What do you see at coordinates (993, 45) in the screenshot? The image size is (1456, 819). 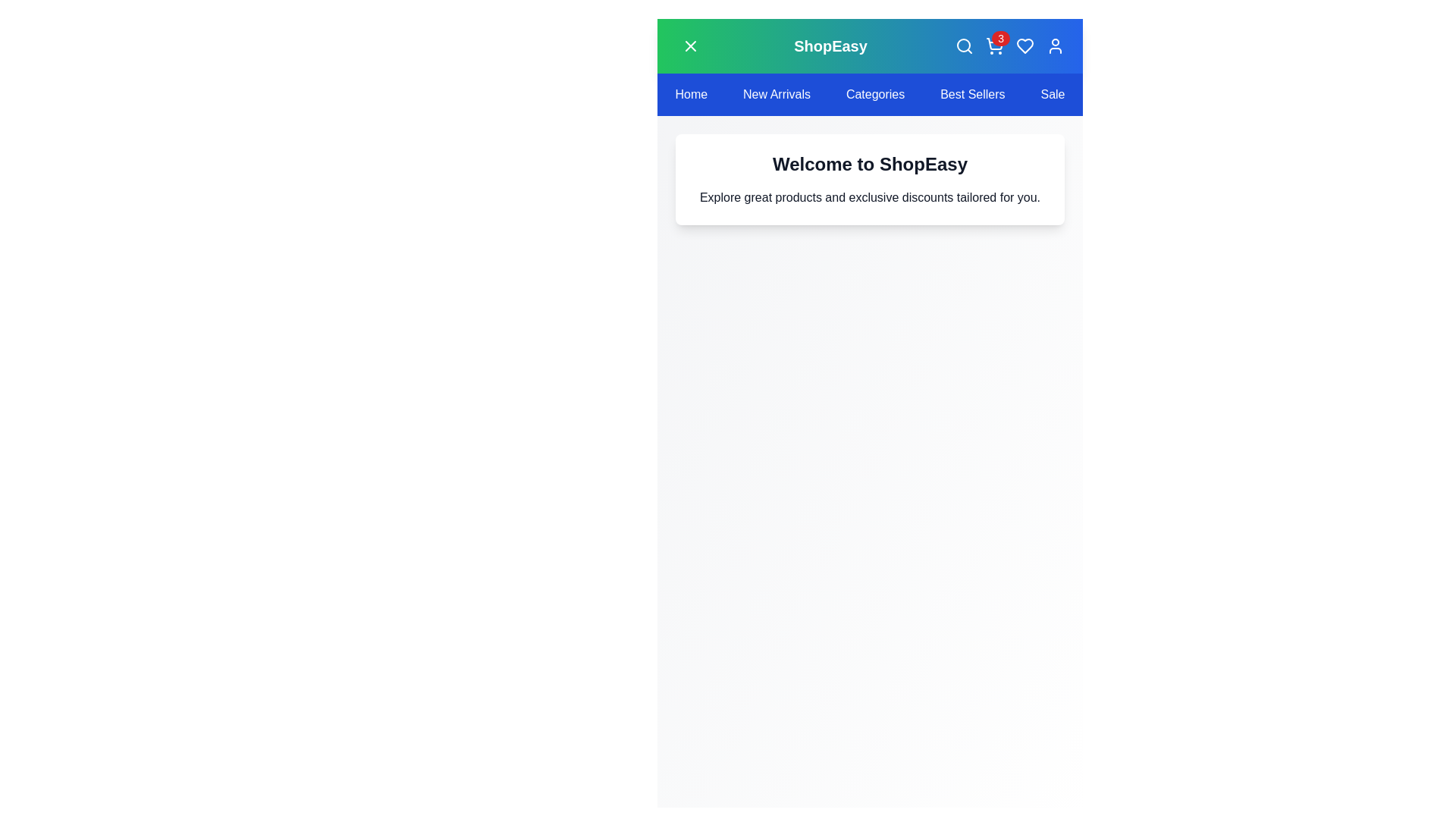 I see `the shopping_cart to perform its associated action` at bounding box center [993, 45].